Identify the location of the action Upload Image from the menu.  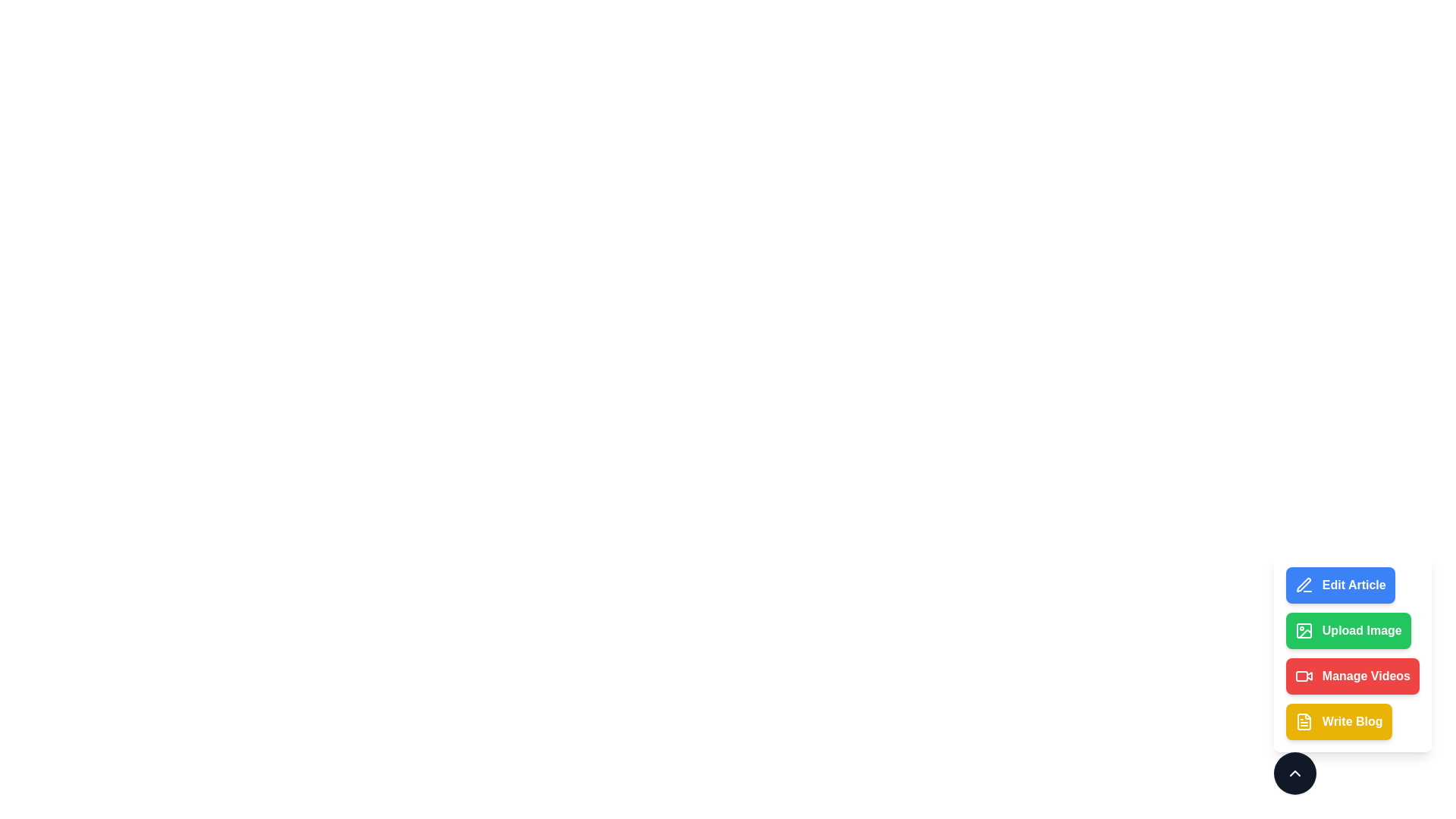
(1348, 631).